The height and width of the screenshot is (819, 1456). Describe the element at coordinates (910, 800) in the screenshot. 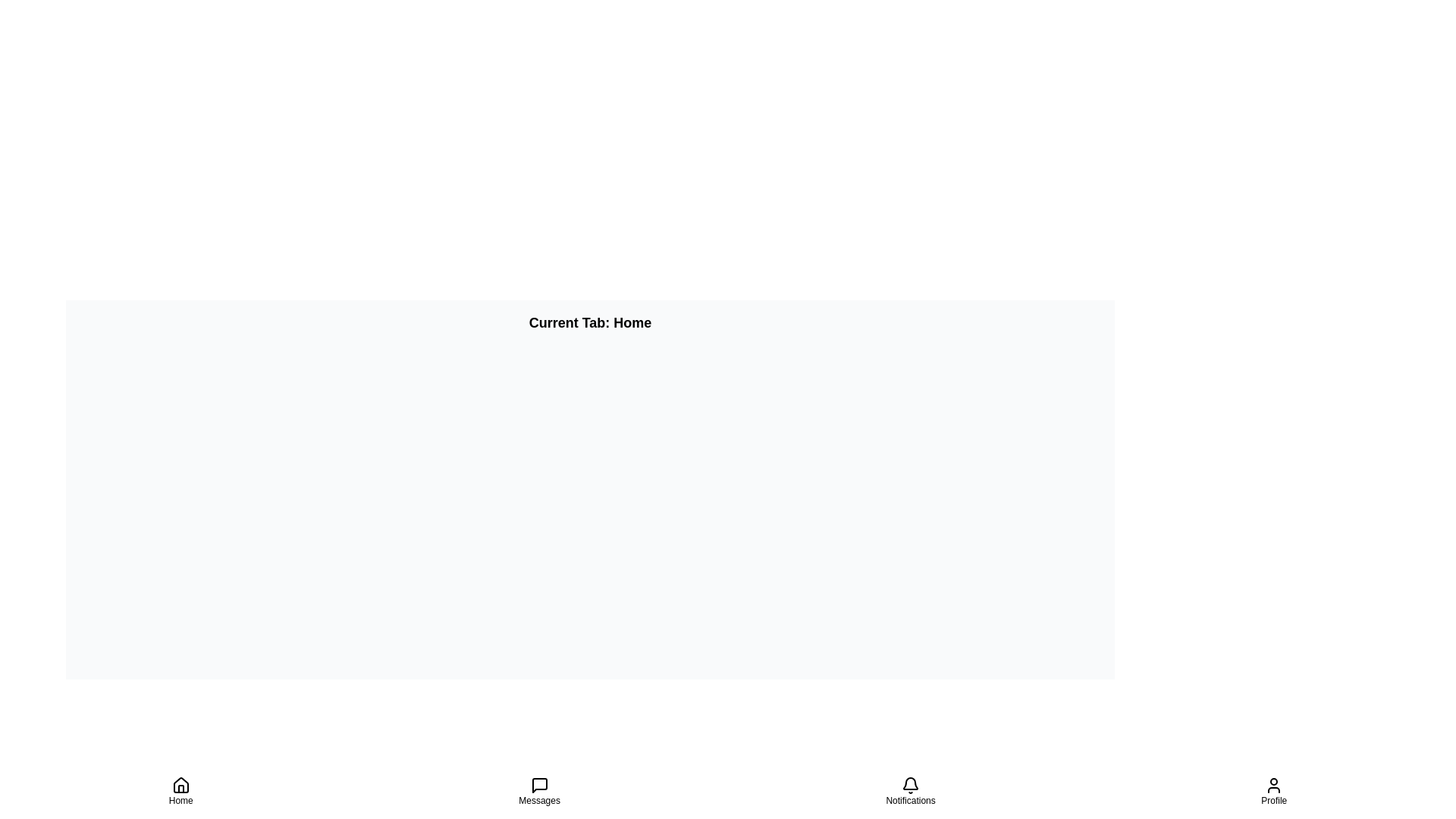

I see `the 'Notifications' text label located at the bottom center of the interface, styled in a minimalistic manner, under the notification bell icon` at that location.